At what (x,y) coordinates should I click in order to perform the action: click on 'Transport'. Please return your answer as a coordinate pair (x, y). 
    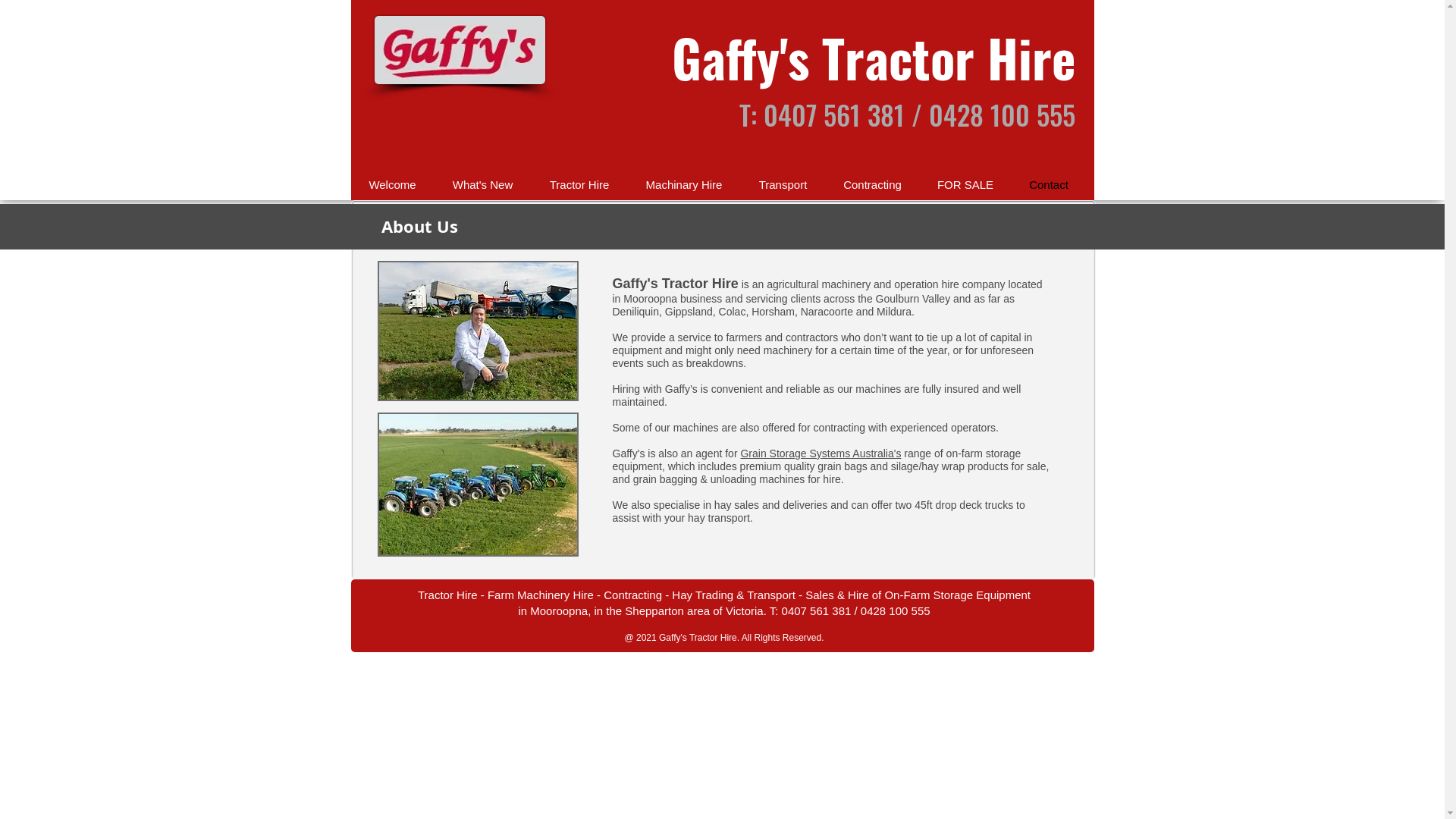
    Looking at the image, I should click on (739, 184).